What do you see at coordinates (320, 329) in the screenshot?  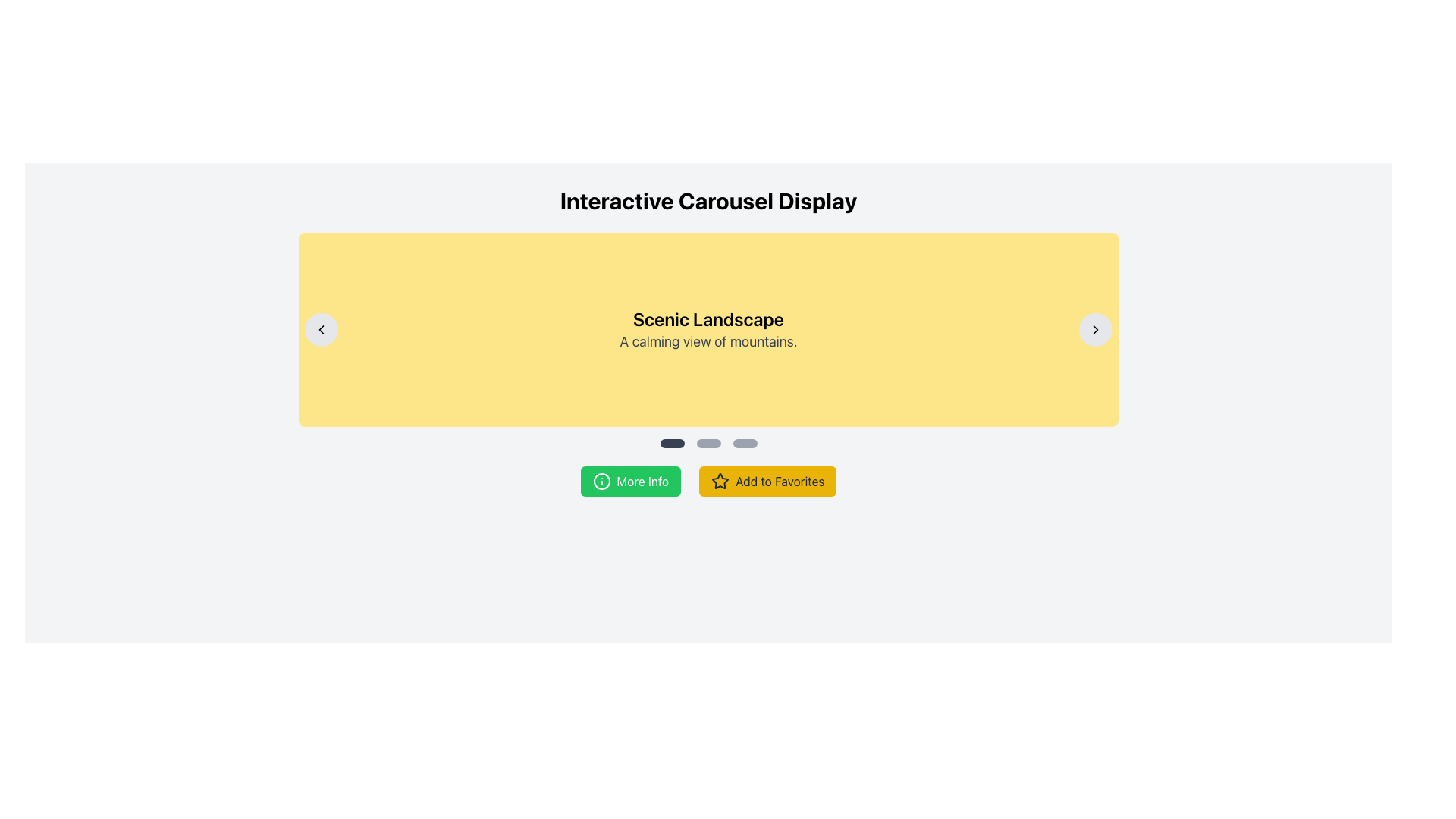 I see `the left-pointing chevron icon within the circular button on the left side of the yellow rectangular carousel` at bounding box center [320, 329].